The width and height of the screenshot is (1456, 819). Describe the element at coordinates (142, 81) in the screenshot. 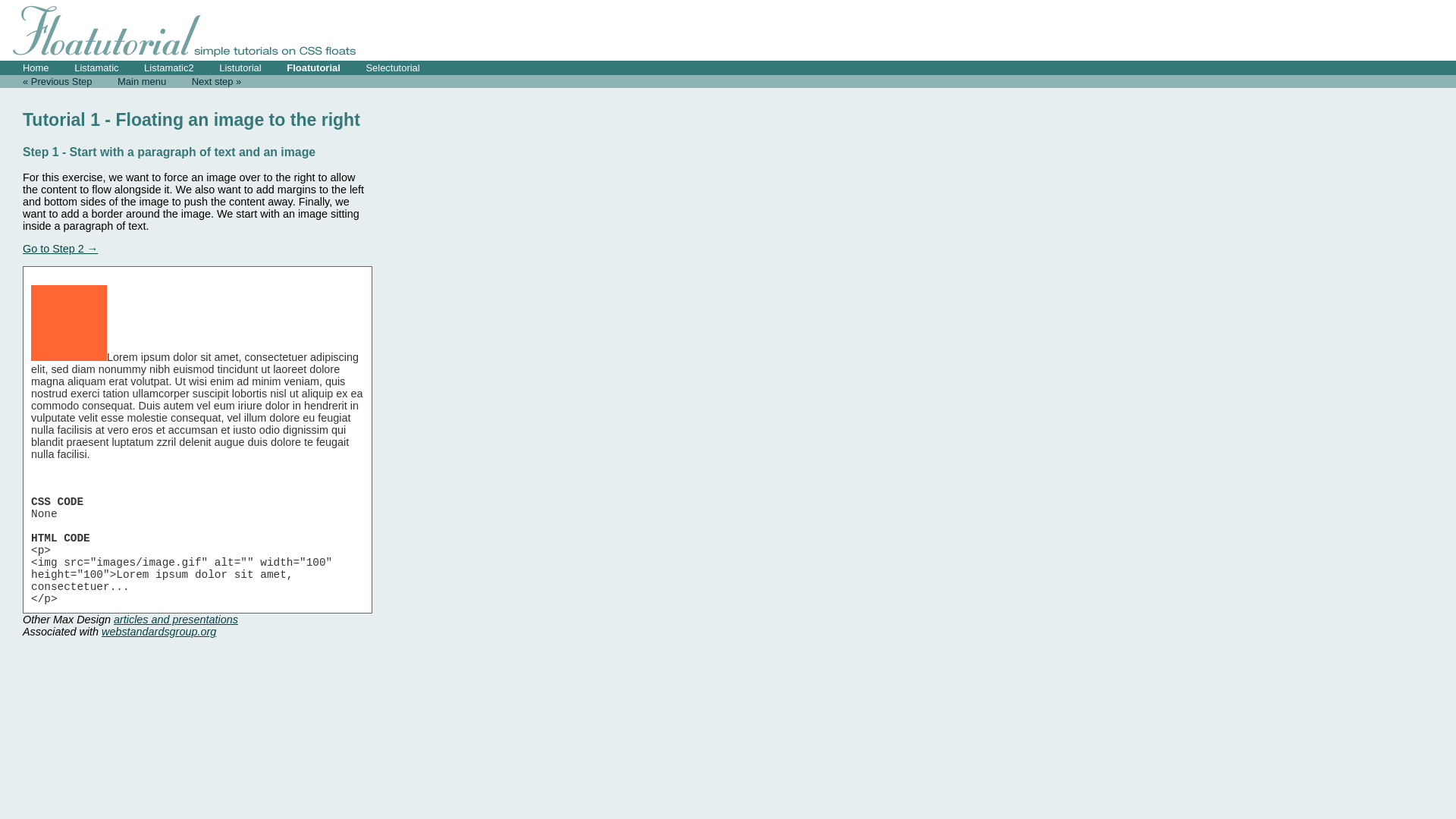

I see `'Main menu'` at that location.